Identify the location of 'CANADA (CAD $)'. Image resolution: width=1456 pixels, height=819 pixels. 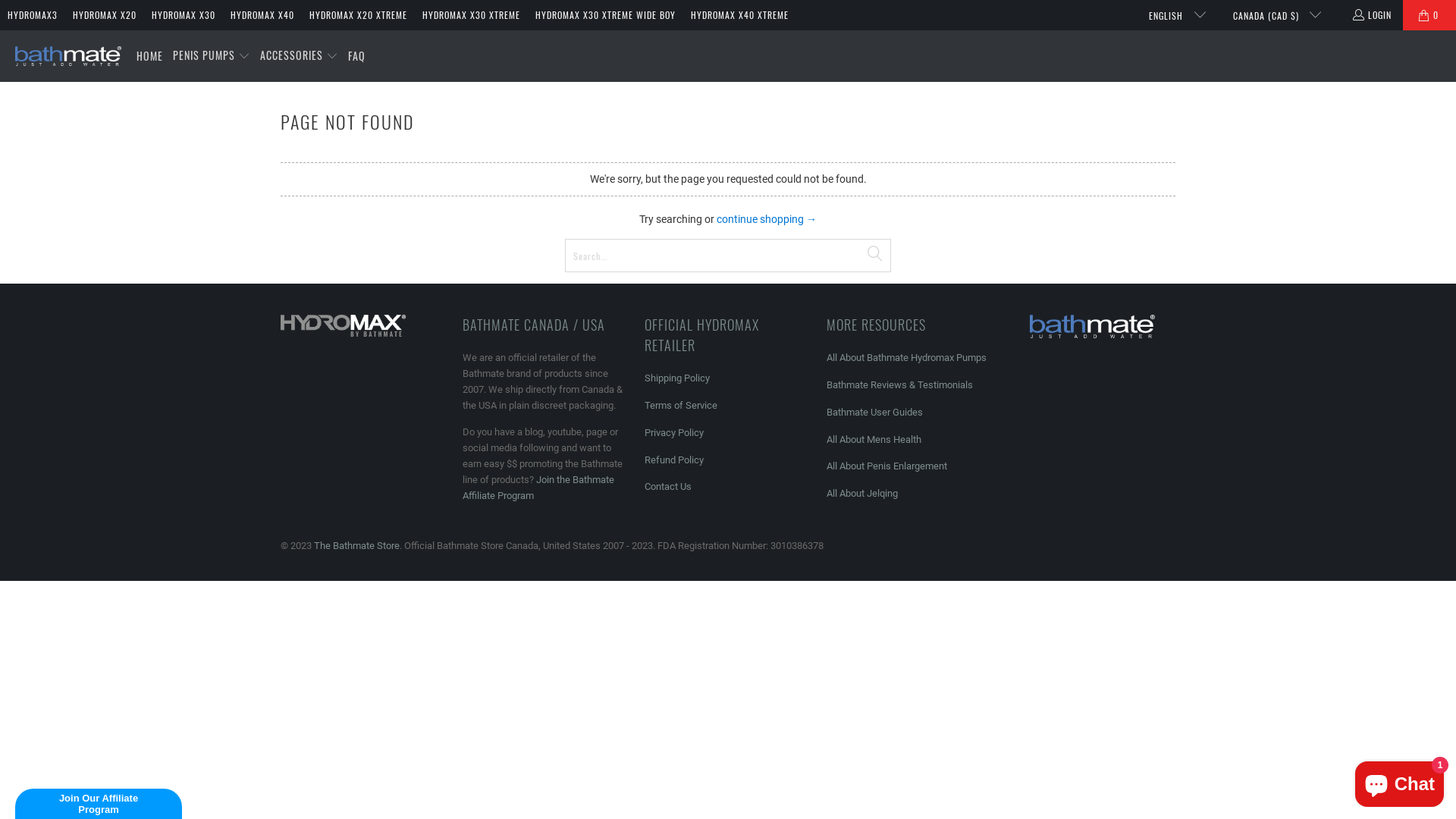
(1270, 14).